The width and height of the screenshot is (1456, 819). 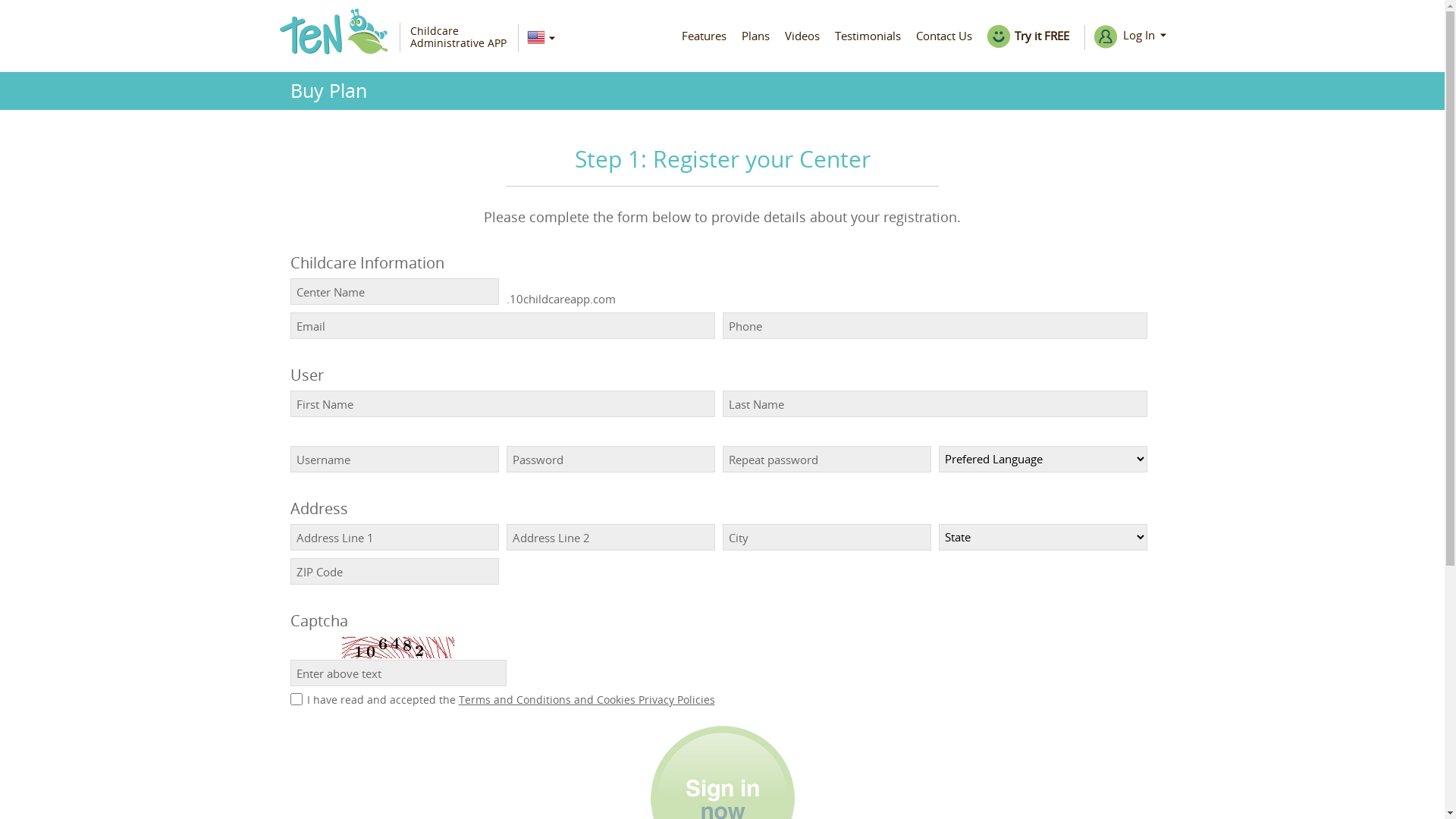 I want to click on 'Try it FREE', so click(x=1028, y=35).